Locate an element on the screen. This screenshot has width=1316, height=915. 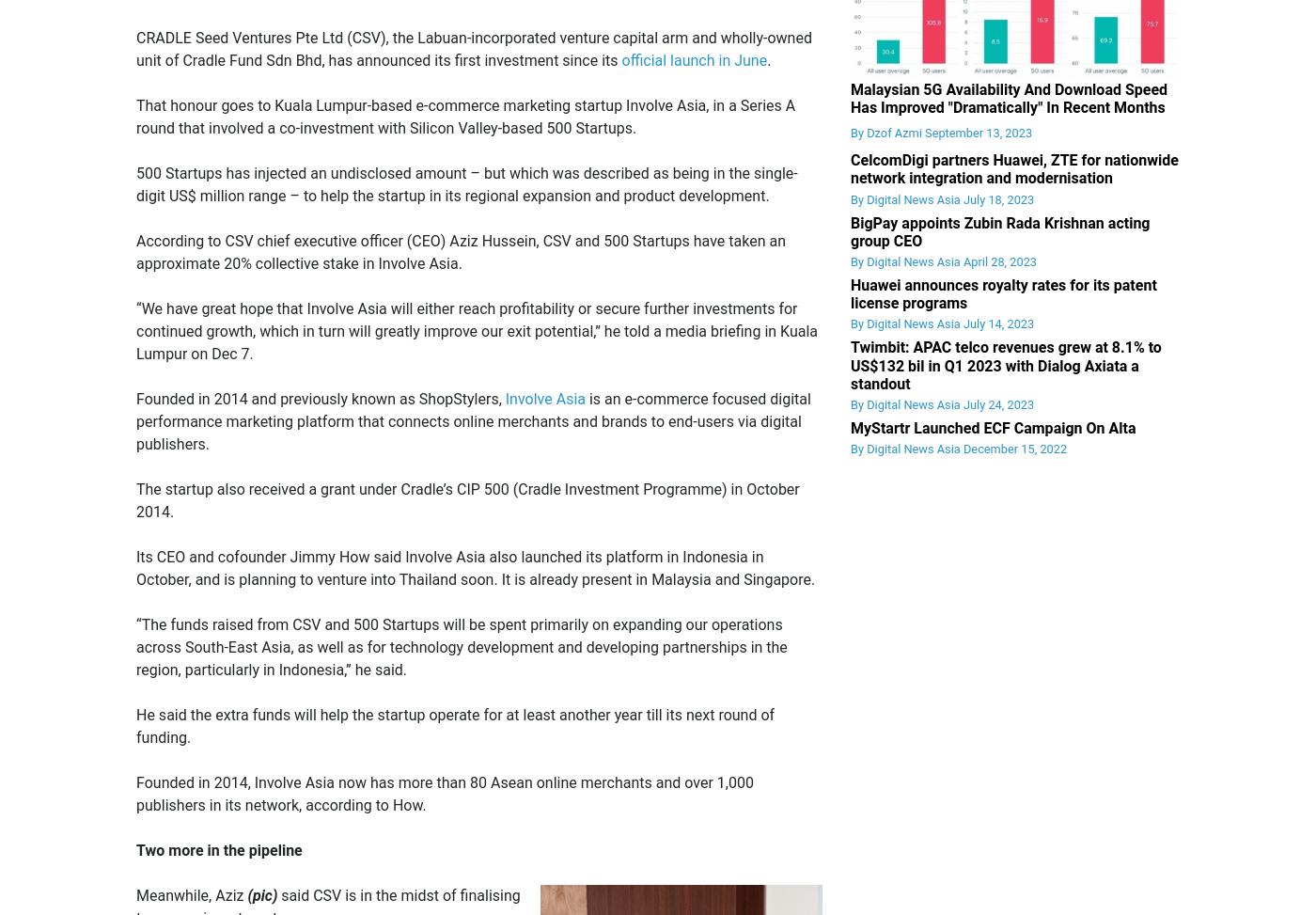
'Its CEO and cofounder Jimmy How said Involve Asia also launched its platform in Indonesia in October, and is planning to venture into Thailand soon. It is already present in Malaysia and Singapore.' is located at coordinates (475, 567).